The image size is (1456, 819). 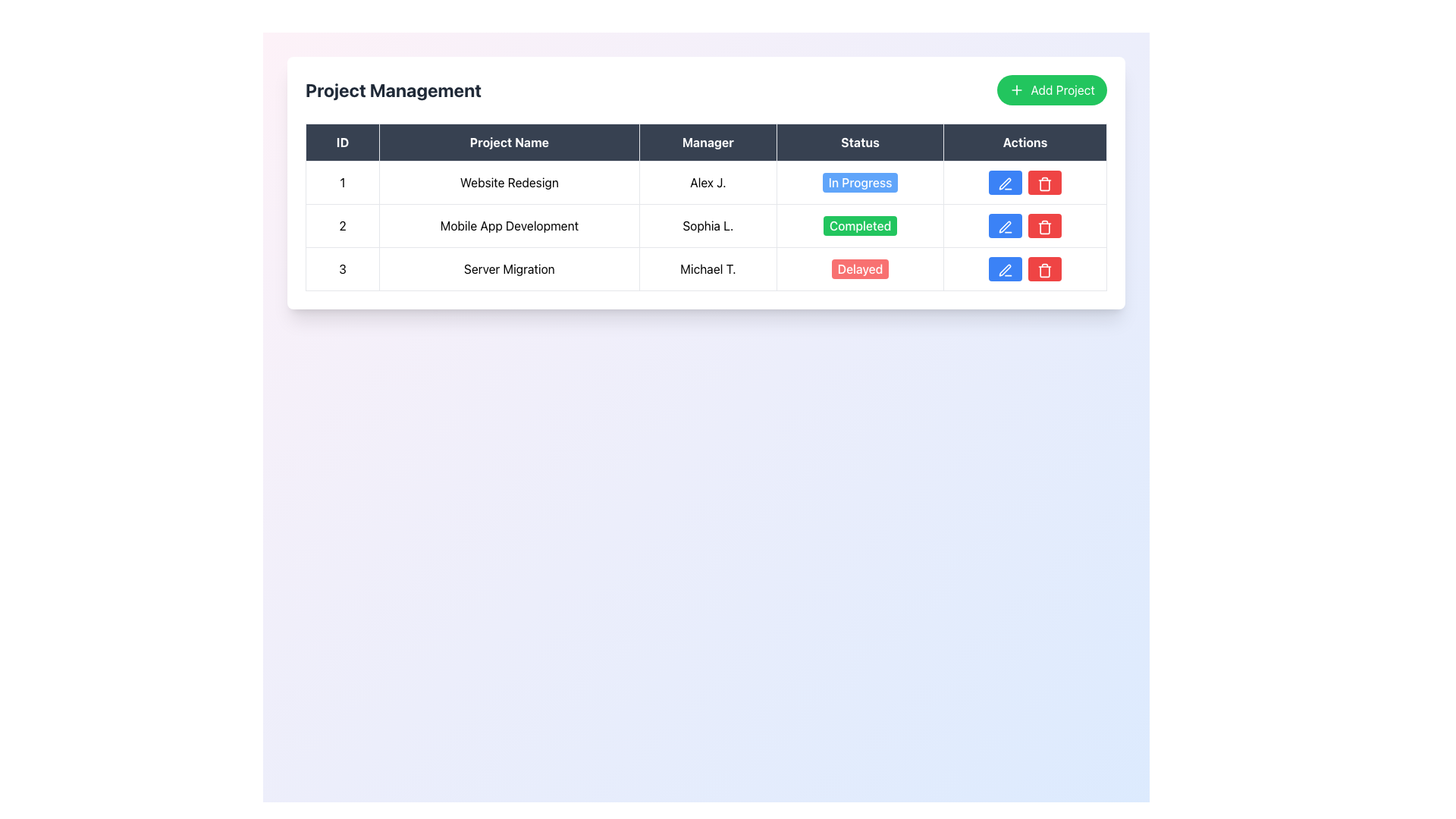 What do you see at coordinates (705, 268) in the screenshot?
I see `the third row of the project management table which contains the project 'Server Migration' managed by 'Michael T.' with a status 'Delayed'` at bounding box center [705, 268].